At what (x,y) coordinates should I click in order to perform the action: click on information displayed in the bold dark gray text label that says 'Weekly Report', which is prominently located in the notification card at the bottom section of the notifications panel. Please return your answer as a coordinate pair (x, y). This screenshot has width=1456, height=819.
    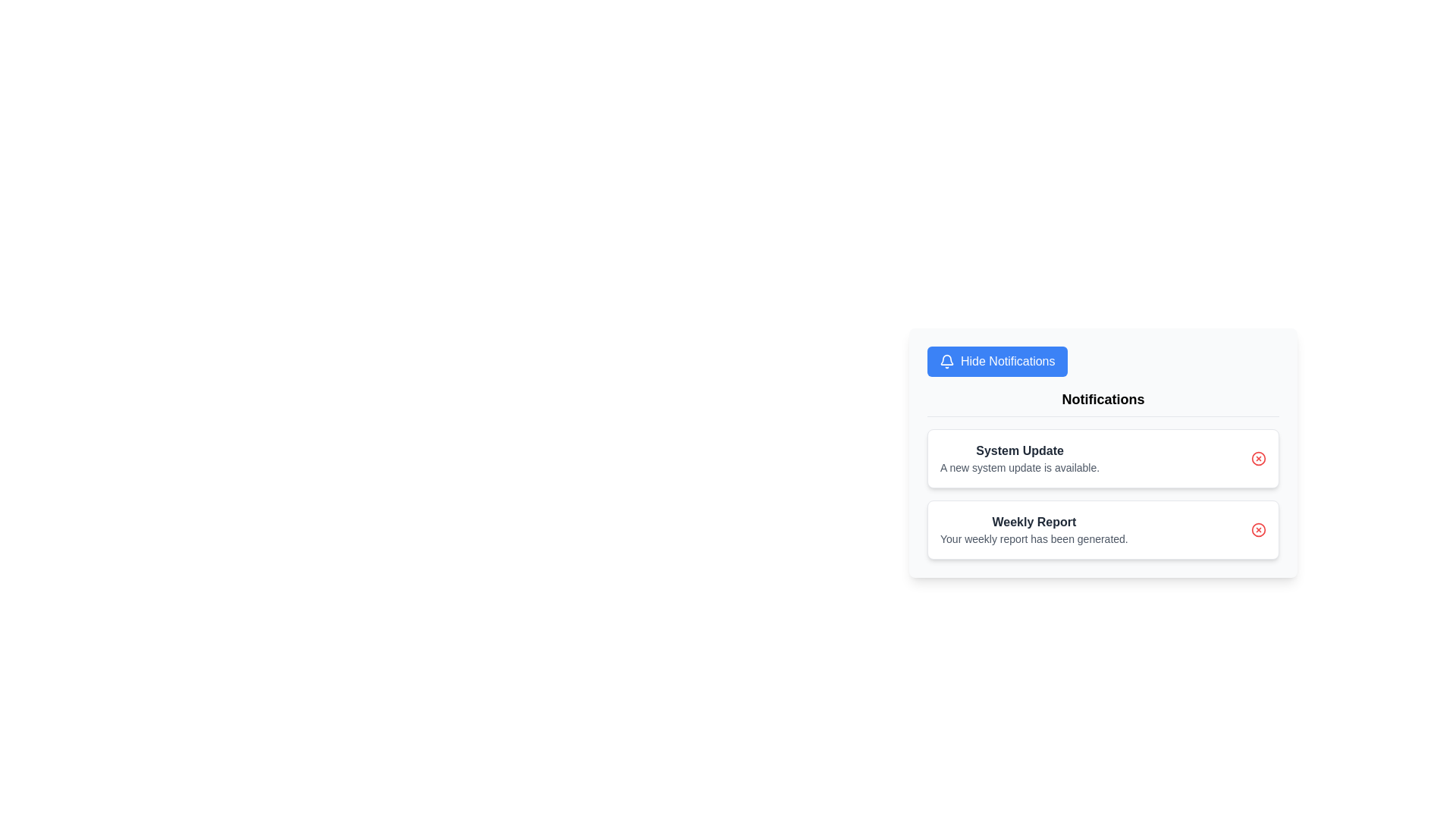
    Looking at the image, I should click on (1033, 522).